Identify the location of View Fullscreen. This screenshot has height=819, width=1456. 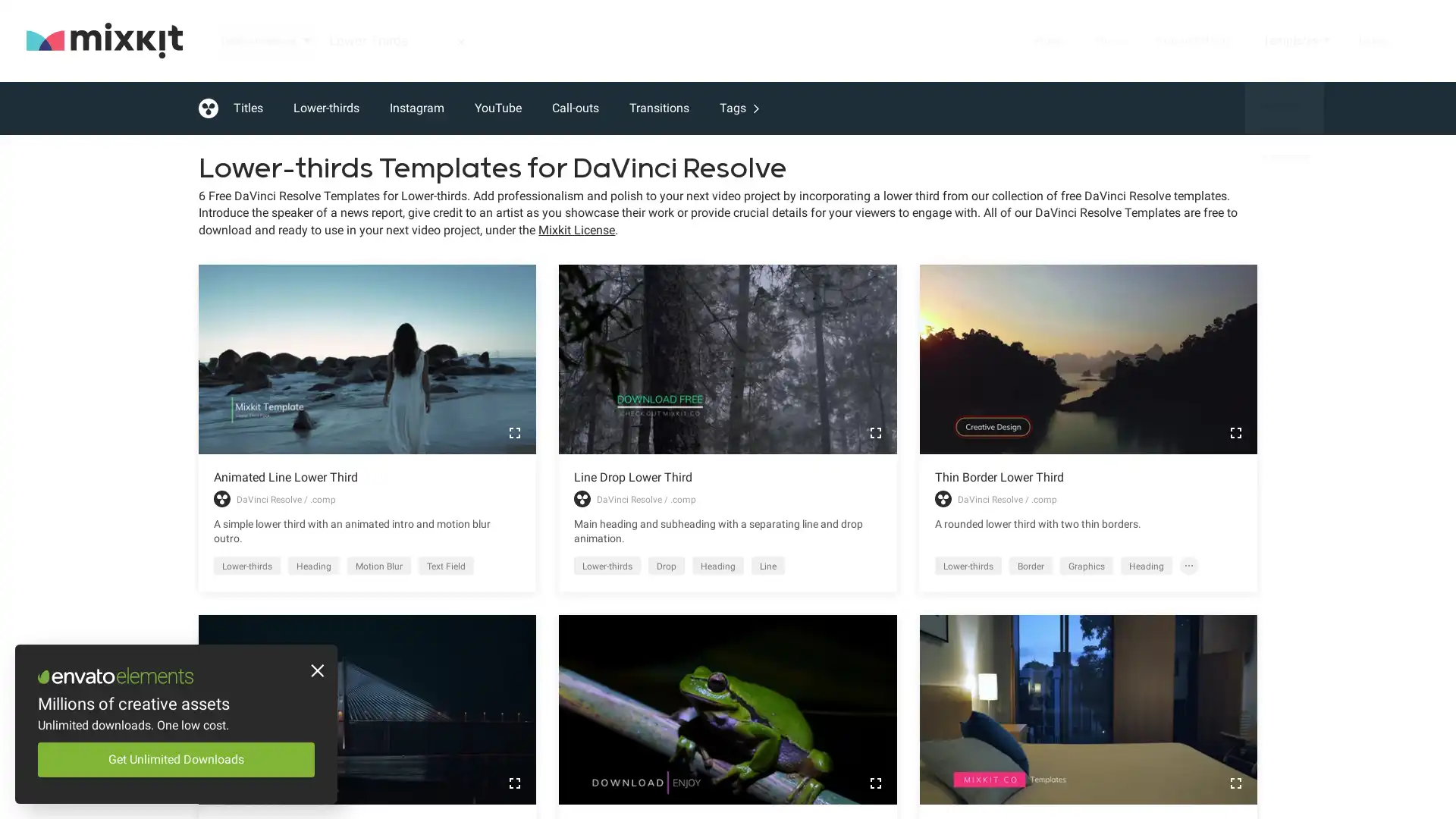
(1235, 432).